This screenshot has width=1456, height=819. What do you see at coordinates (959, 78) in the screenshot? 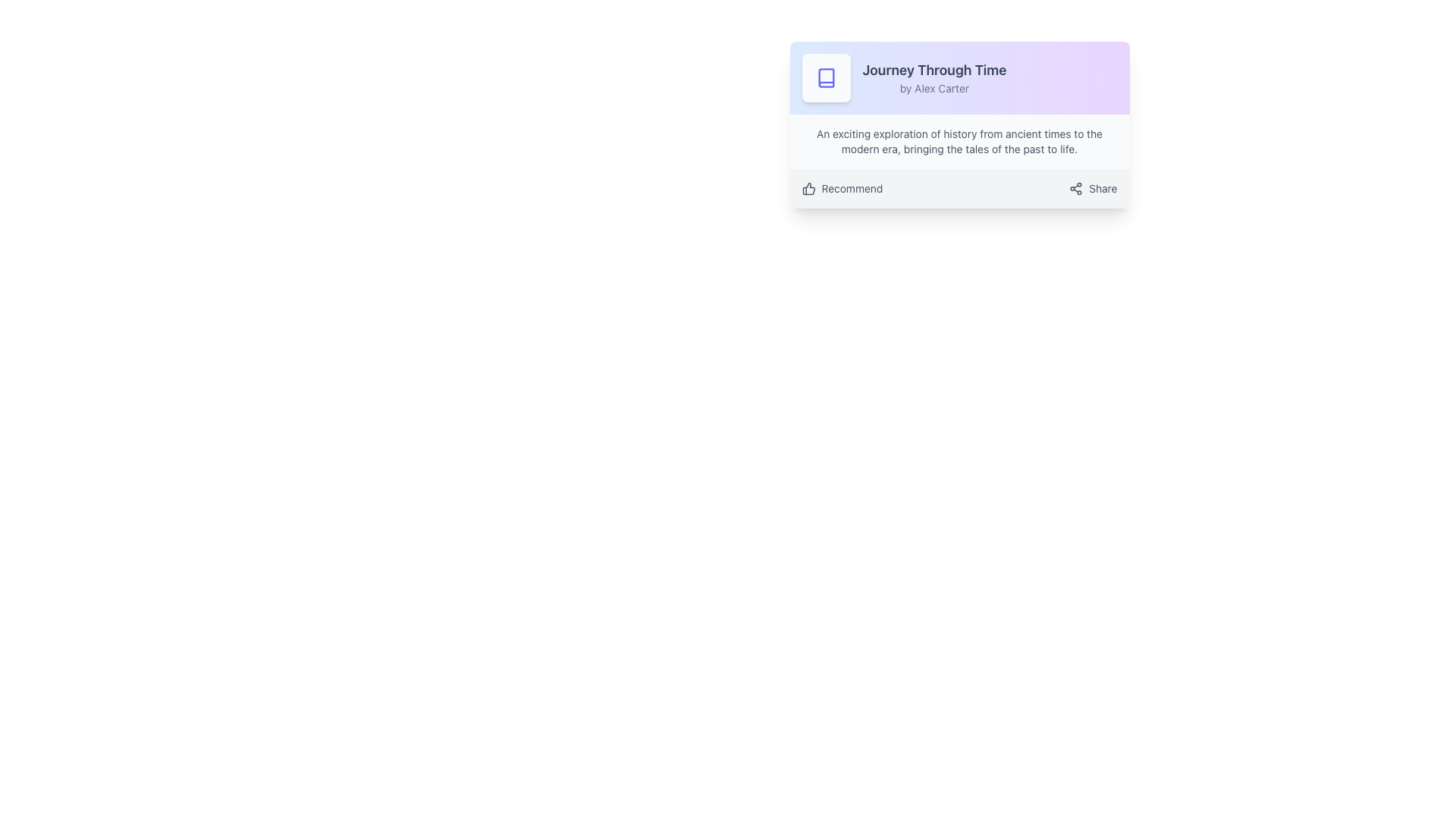
I see `the center of the informational display panel that shows the title and author of a book for interactions` at bounding box center [959, 78].